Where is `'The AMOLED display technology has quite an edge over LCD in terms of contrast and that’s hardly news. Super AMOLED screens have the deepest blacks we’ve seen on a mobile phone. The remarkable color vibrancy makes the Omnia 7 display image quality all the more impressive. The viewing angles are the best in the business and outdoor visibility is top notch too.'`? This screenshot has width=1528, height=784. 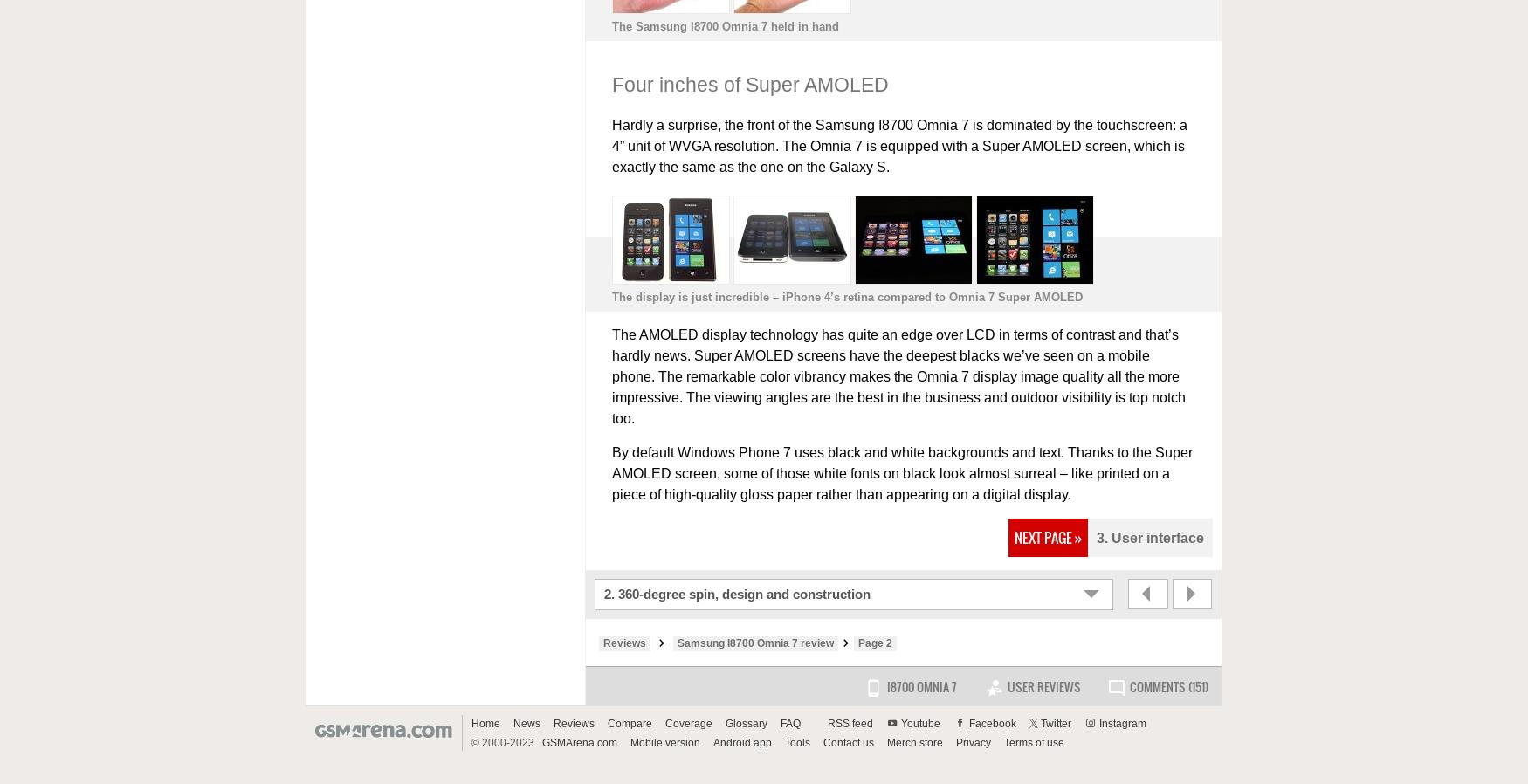 'The AMOLED display technology has quite an edge over LCD in terms of contrast and that’s hardly news. Super AMOLED screens have the deepest blacks we’ve seen on a mobile phone. The remarkable color vibrancy makes the Omnia 7 display image quality all the more impressive. The viewing angles are the best in the business and outdoor visibility is top notch too.' is located at coordinates (897, 376).